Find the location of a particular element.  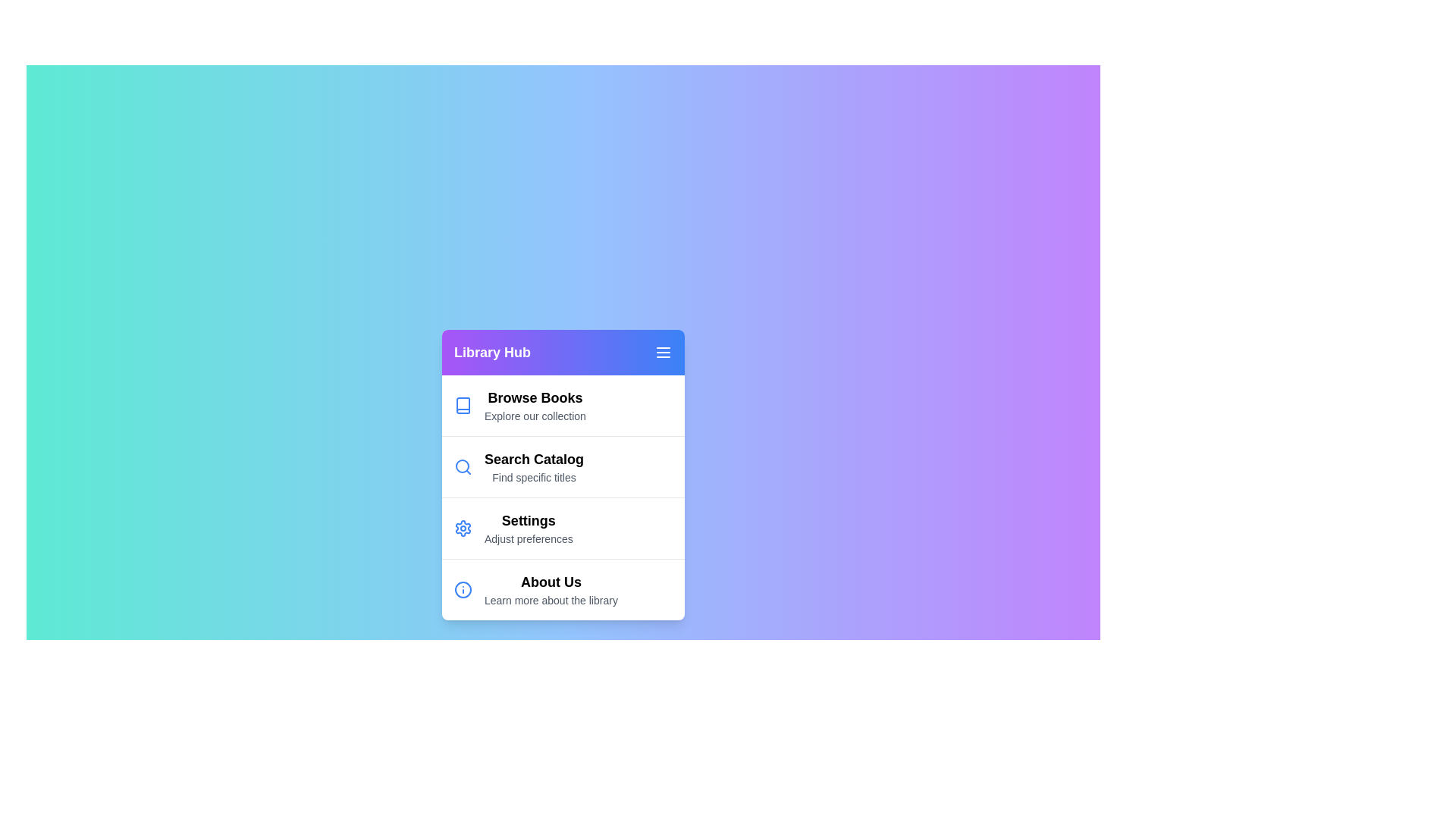

the menu item Browse Books by clicking on it is located at coordinates (563, 404).